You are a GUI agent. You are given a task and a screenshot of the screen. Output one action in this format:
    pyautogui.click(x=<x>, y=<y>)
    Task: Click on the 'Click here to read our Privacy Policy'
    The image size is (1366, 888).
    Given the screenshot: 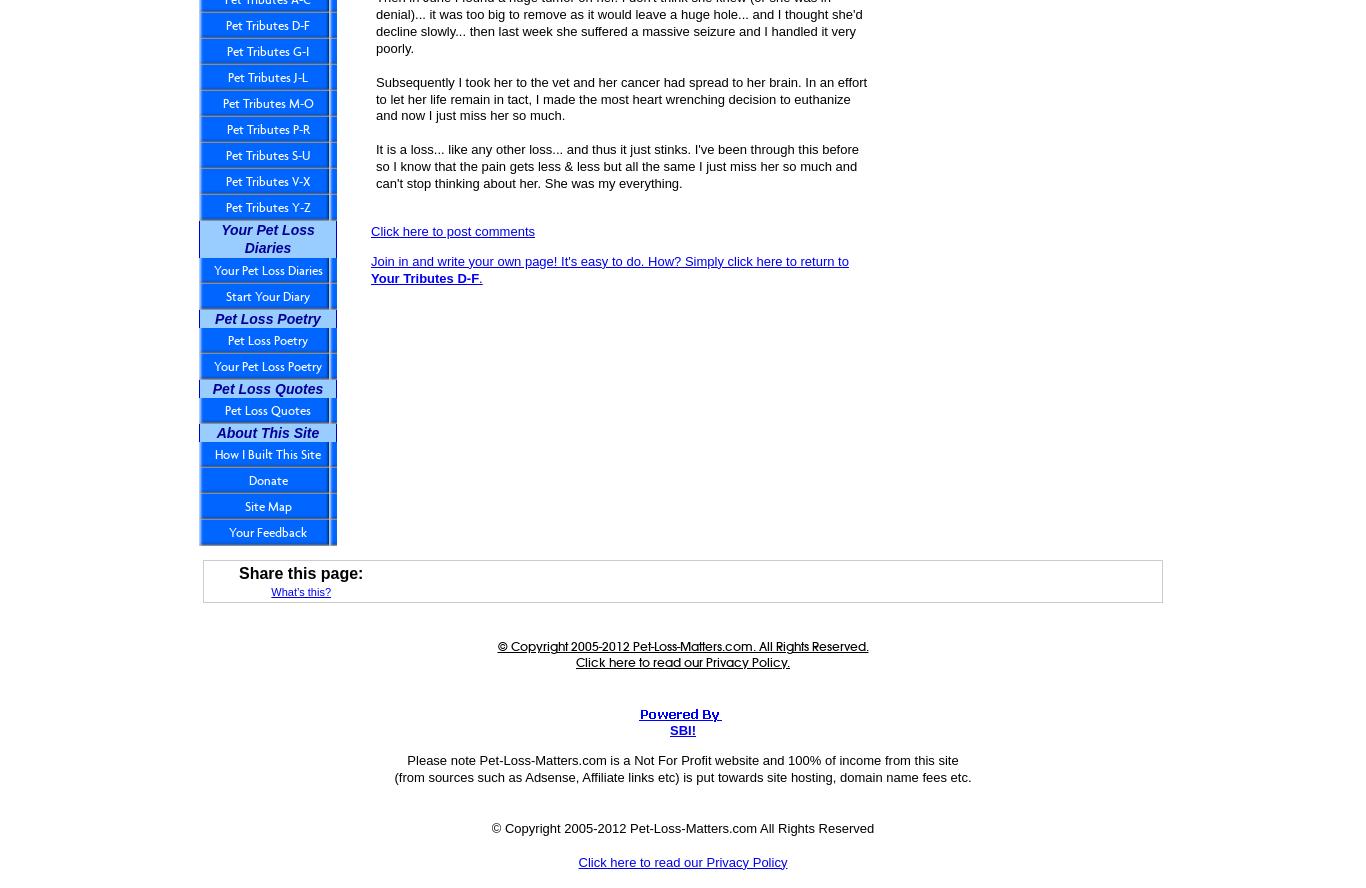 What is the action you would take?
    pyautogui.click(x=681, y=860)
    